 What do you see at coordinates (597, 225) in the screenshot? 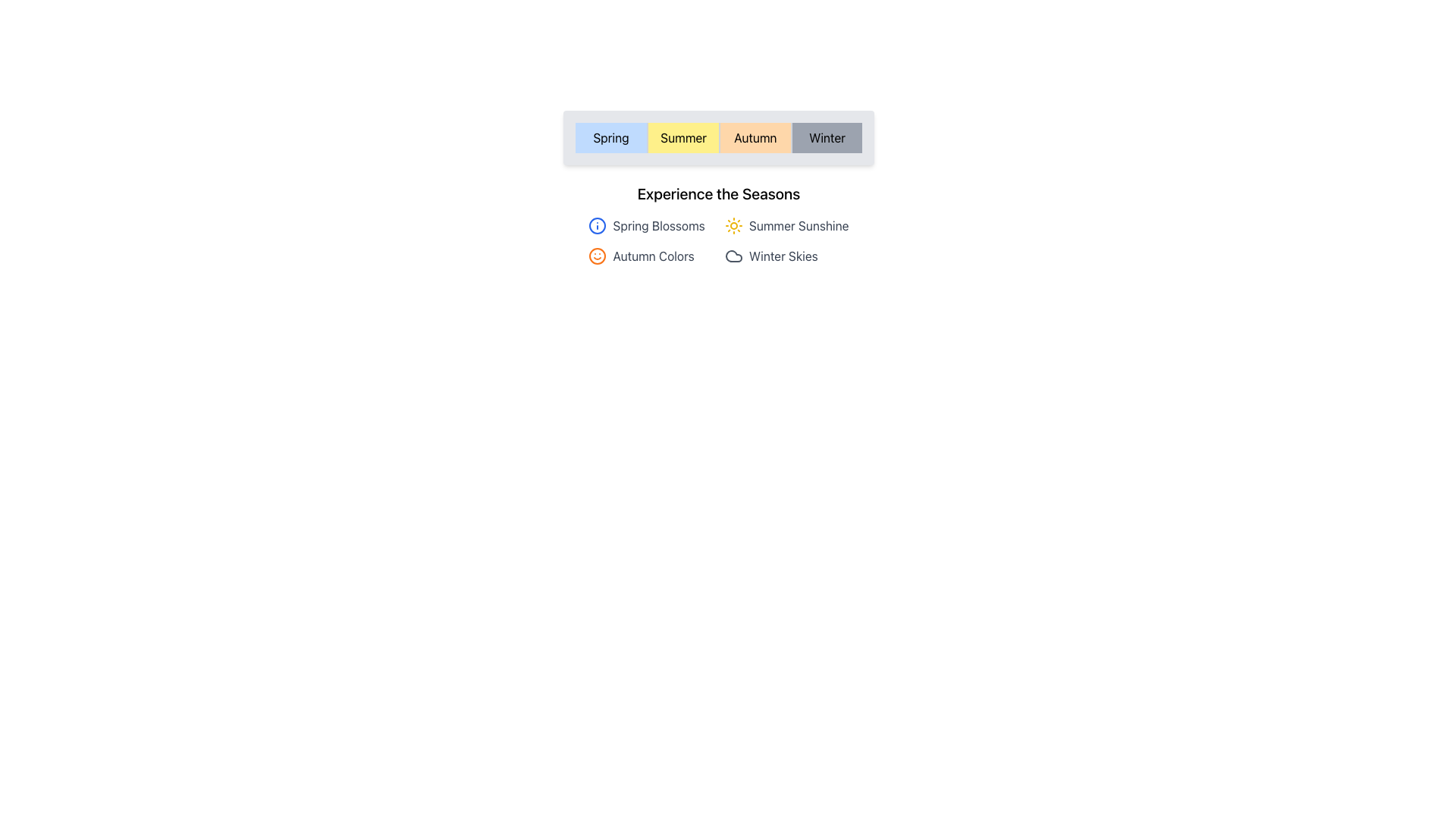
I see `the Vector Circle, which is a circular outline with a white fill and a blue border, part of the blue-themed icon in the 'Spring Blossoms' row` at bounding box center [597, 225].